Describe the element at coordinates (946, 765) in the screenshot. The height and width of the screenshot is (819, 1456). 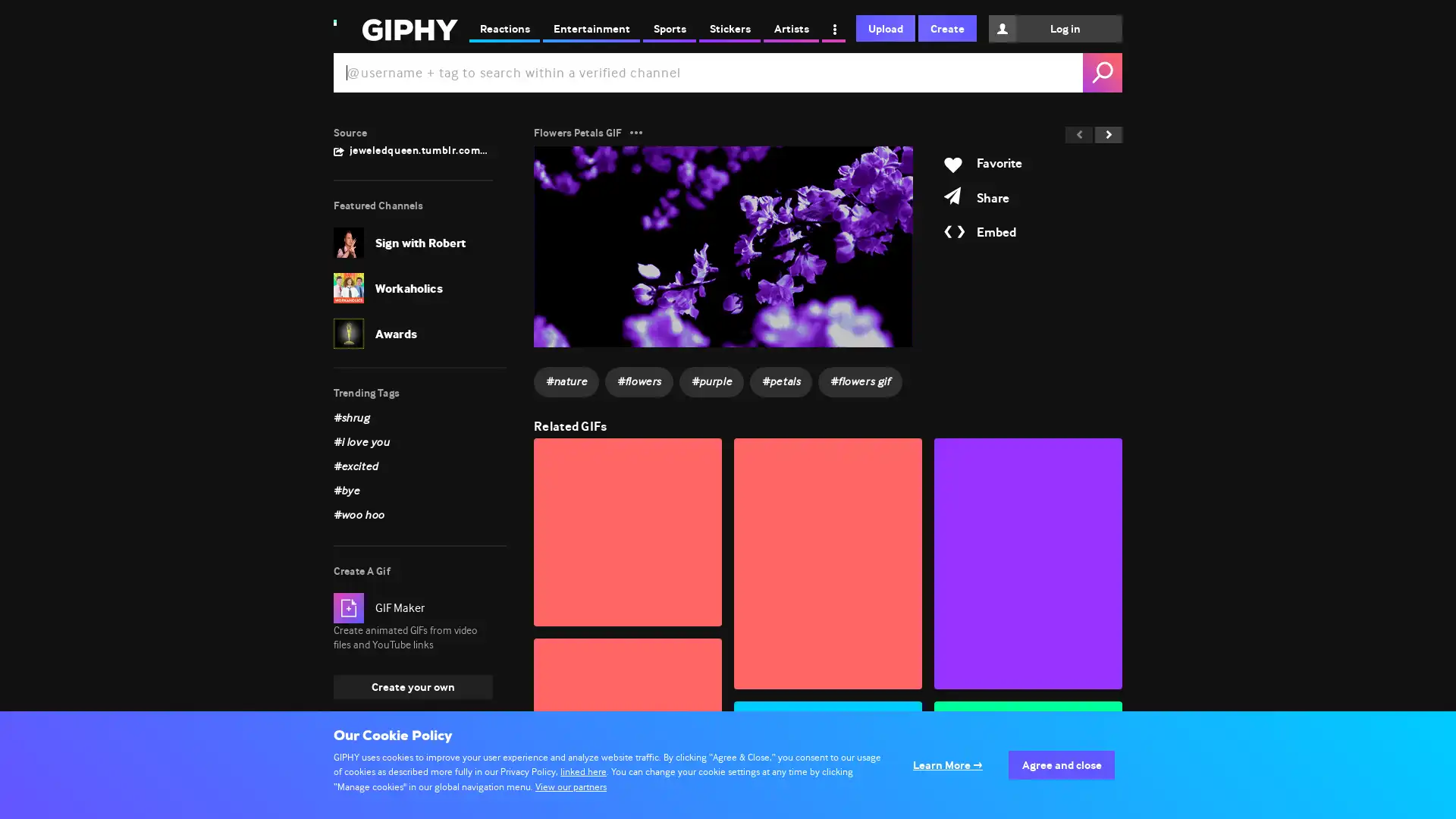
I see `Configure your consents` at that location.